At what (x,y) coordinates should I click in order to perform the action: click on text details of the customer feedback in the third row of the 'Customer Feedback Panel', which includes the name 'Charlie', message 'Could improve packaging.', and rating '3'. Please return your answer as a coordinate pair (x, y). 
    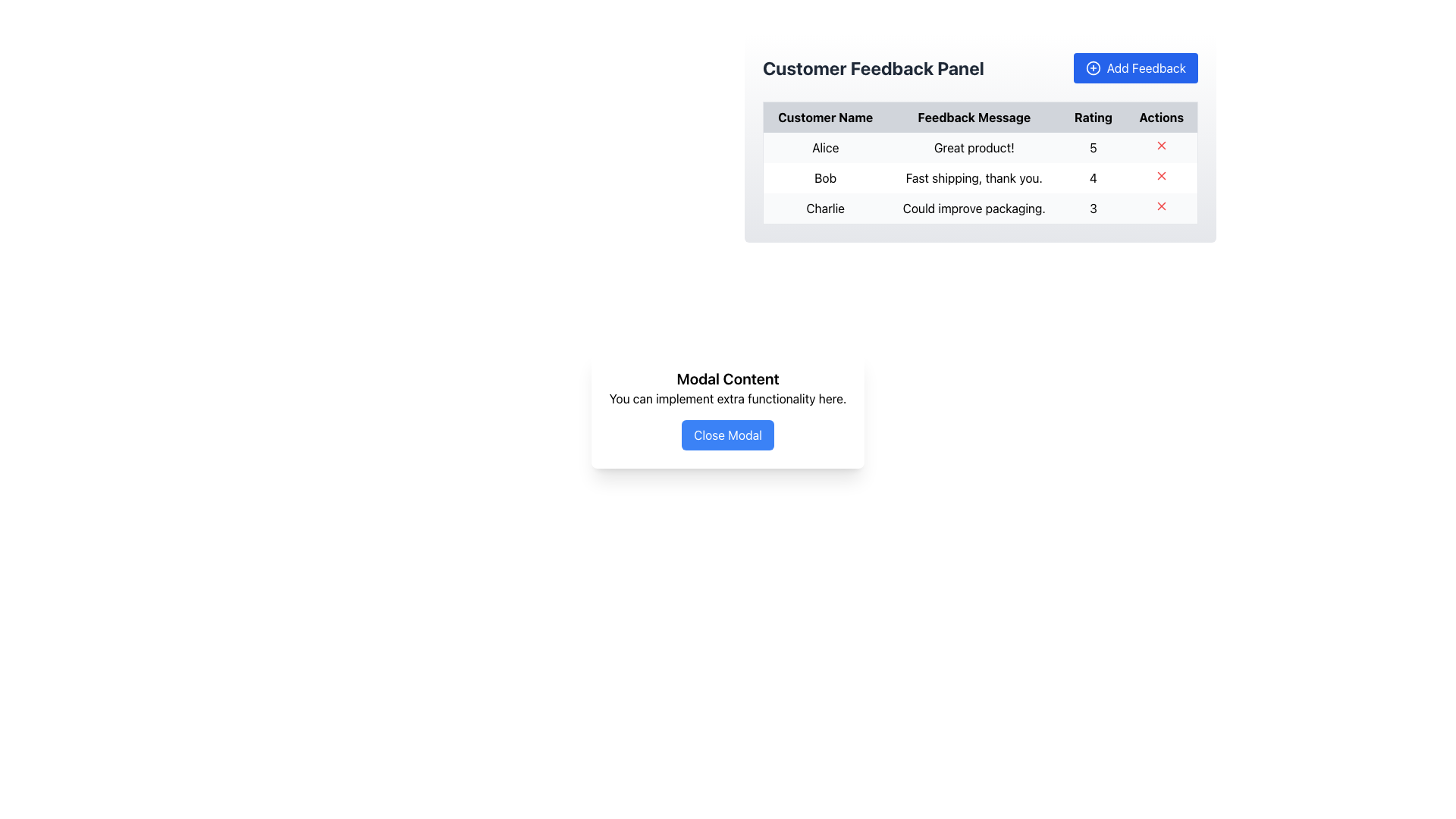
    Looking at the image, I should click on (980, 208).